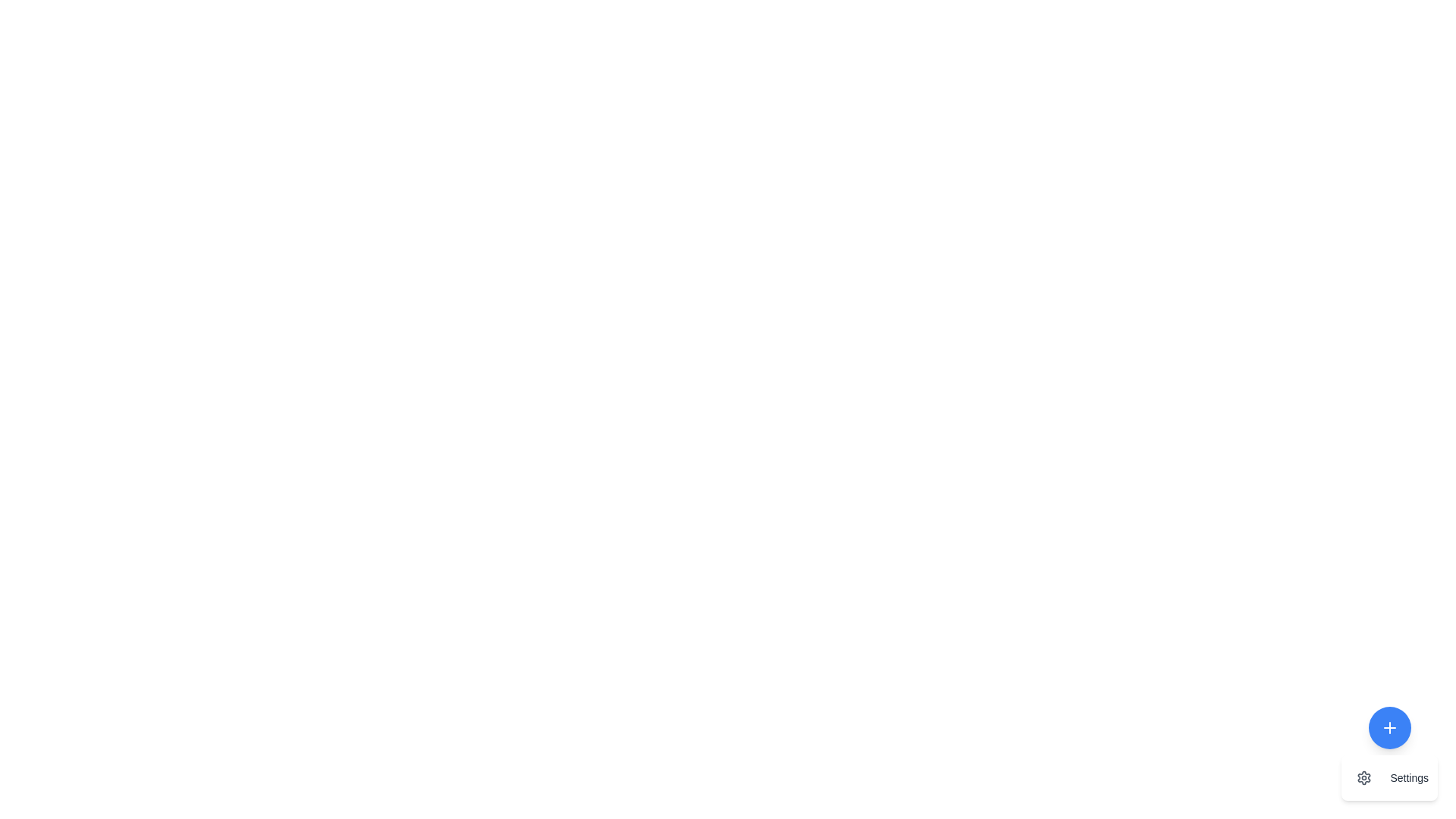  Describe the element at coordinates (1389, 778) in the screenshot. I see `the interactive label with an icon, resembling a button, located at the bottom-right corner of the interface` at that location.